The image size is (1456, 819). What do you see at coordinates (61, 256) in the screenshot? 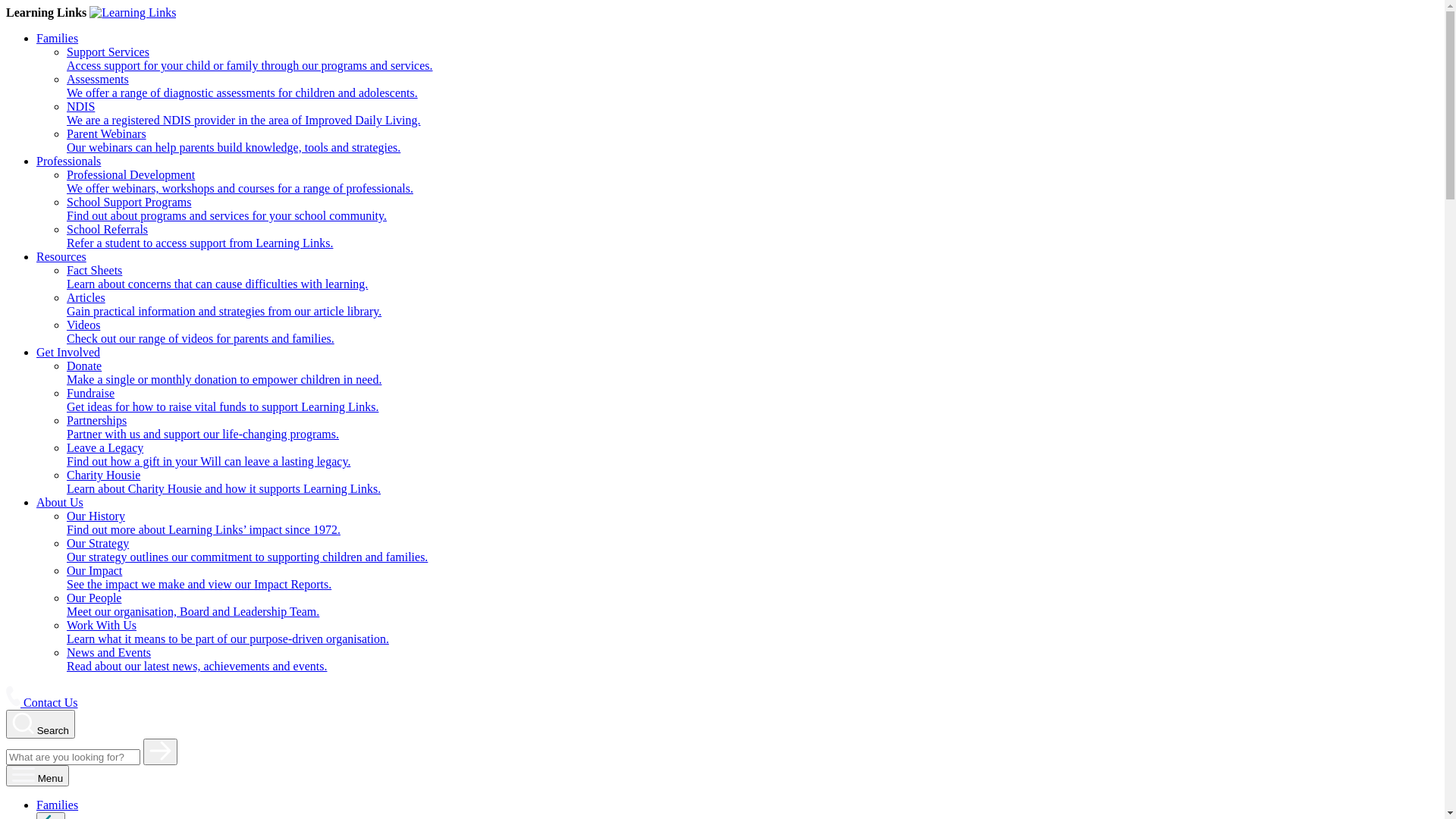
I see `'Resources'` at bounding box center [61, 256].